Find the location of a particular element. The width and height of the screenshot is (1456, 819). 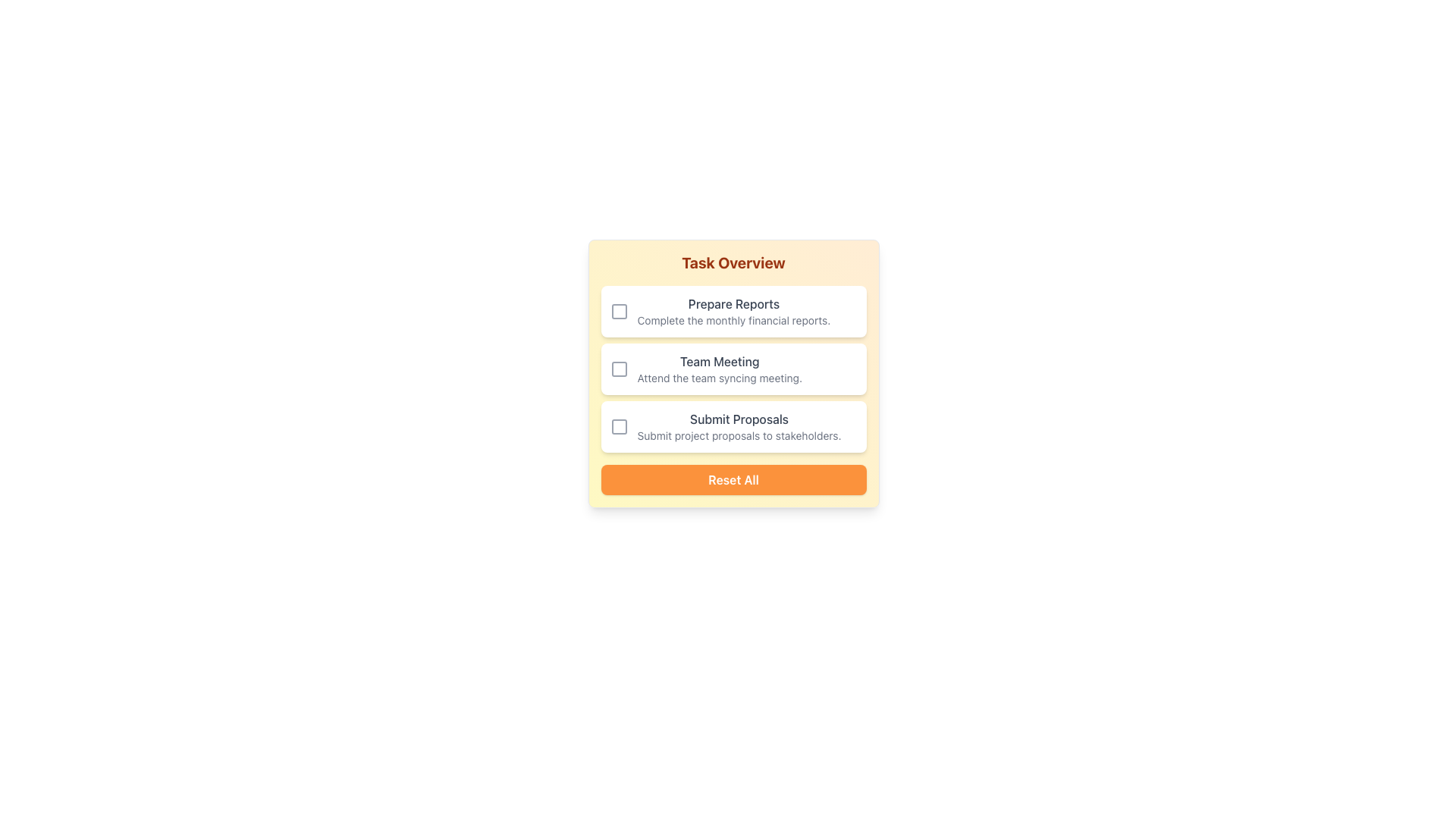

the 'Prepare Reports' text block within the first card of the 'Task Overview' section is located at coordinates (733, 311).